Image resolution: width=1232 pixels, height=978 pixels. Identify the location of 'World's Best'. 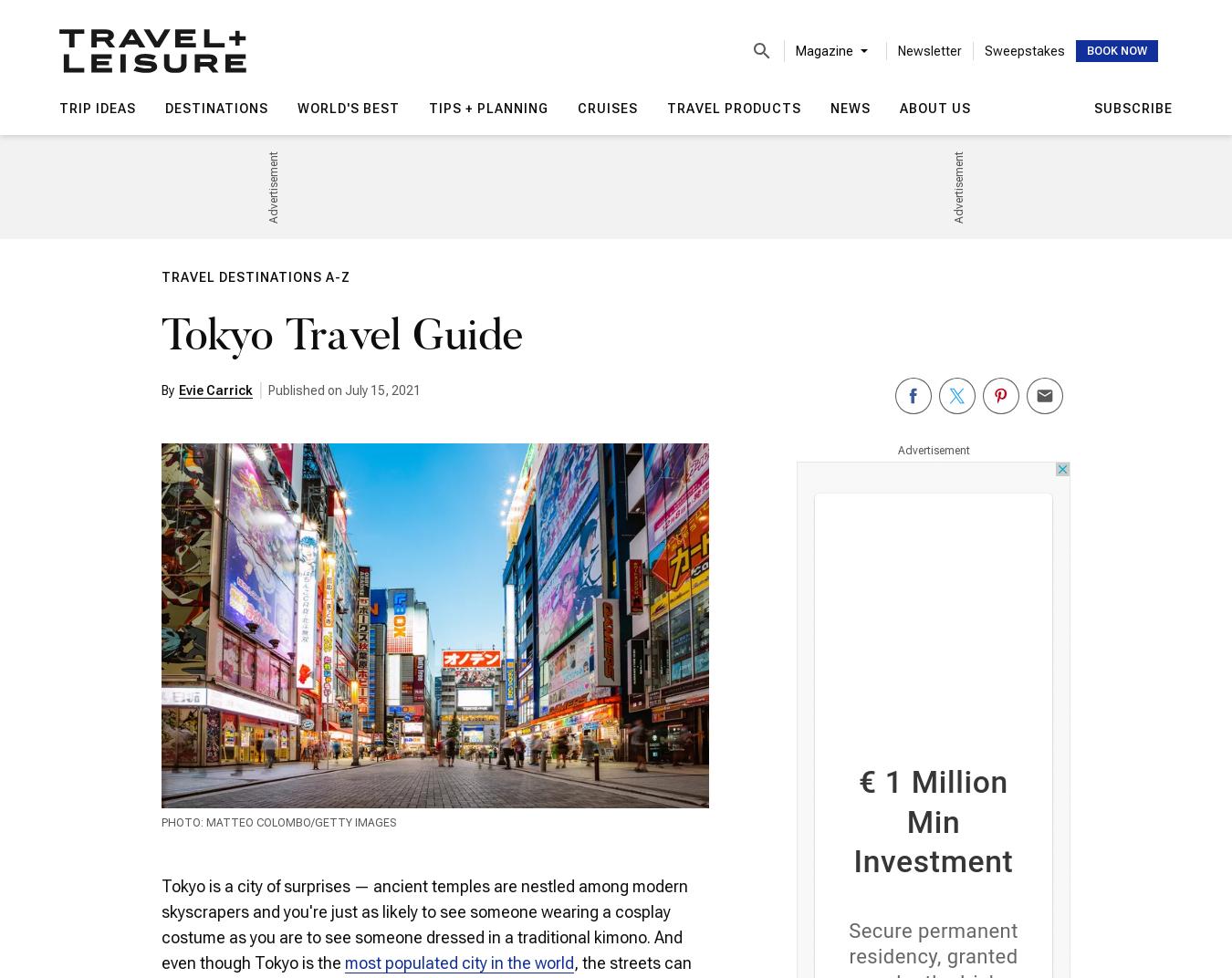
(349, 108).